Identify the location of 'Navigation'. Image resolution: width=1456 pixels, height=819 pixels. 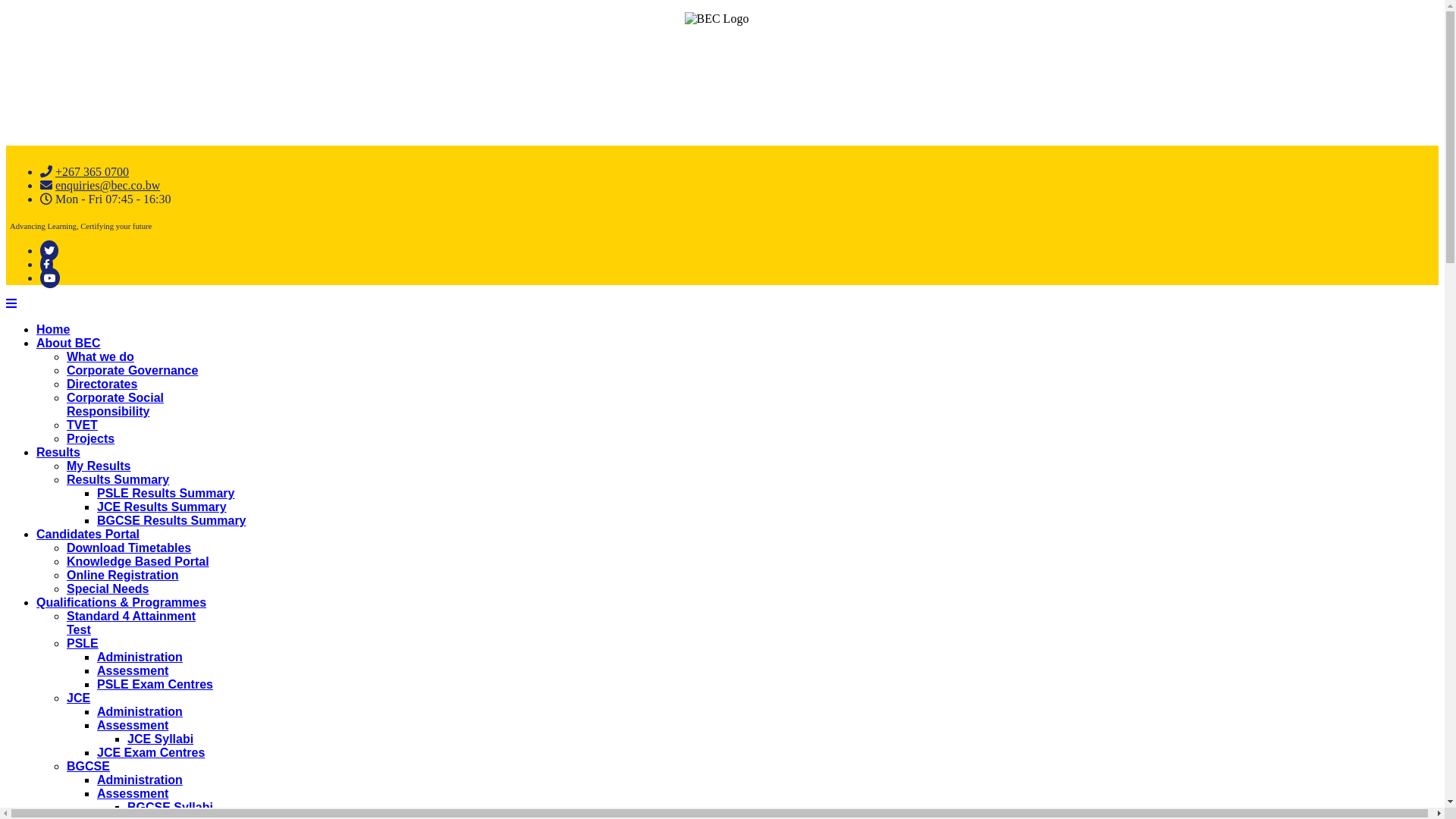
(11, 303).